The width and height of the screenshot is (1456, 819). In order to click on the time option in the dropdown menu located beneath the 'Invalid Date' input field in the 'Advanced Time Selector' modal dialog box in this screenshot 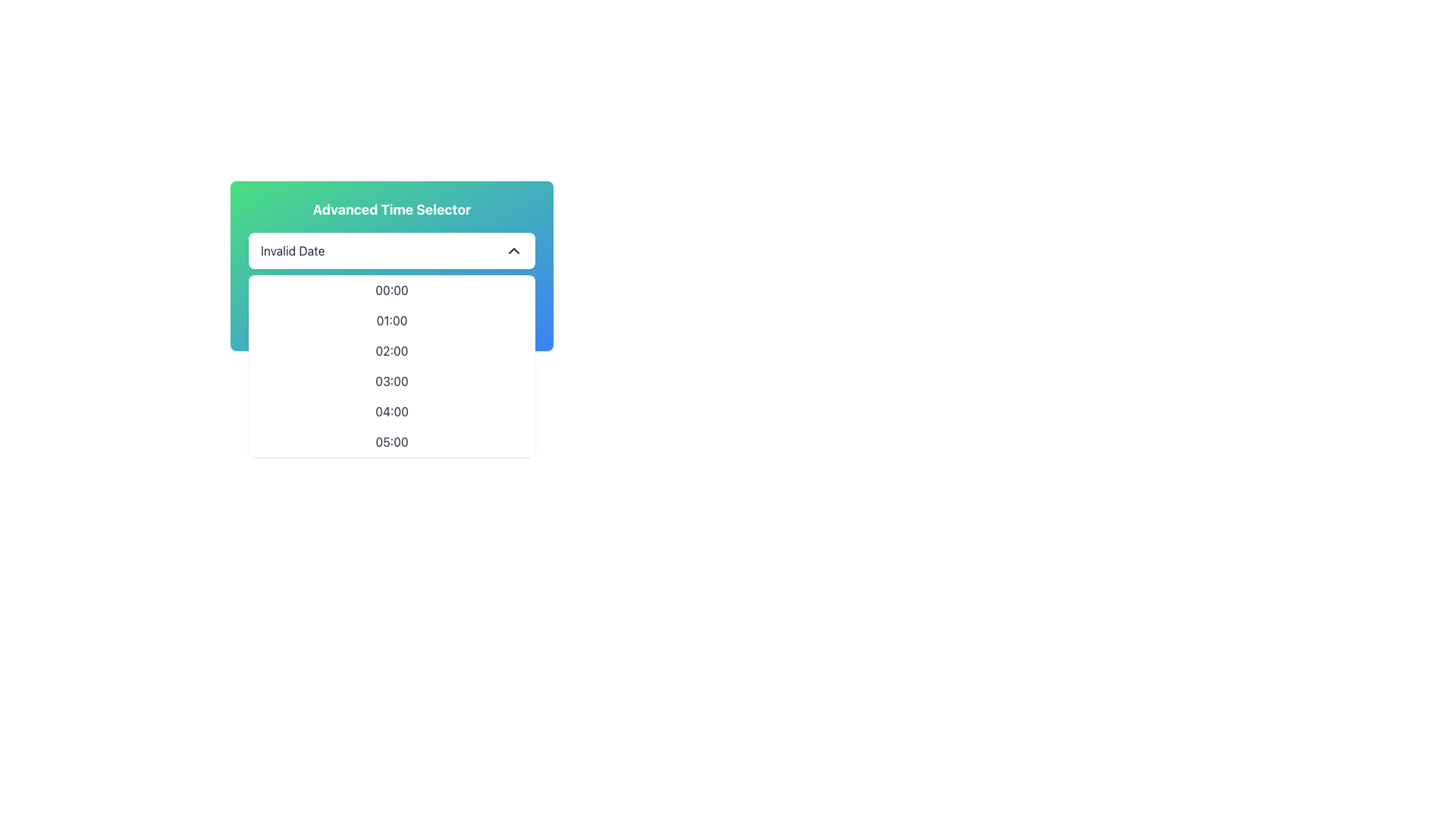, I will do `click(392, 335)`.